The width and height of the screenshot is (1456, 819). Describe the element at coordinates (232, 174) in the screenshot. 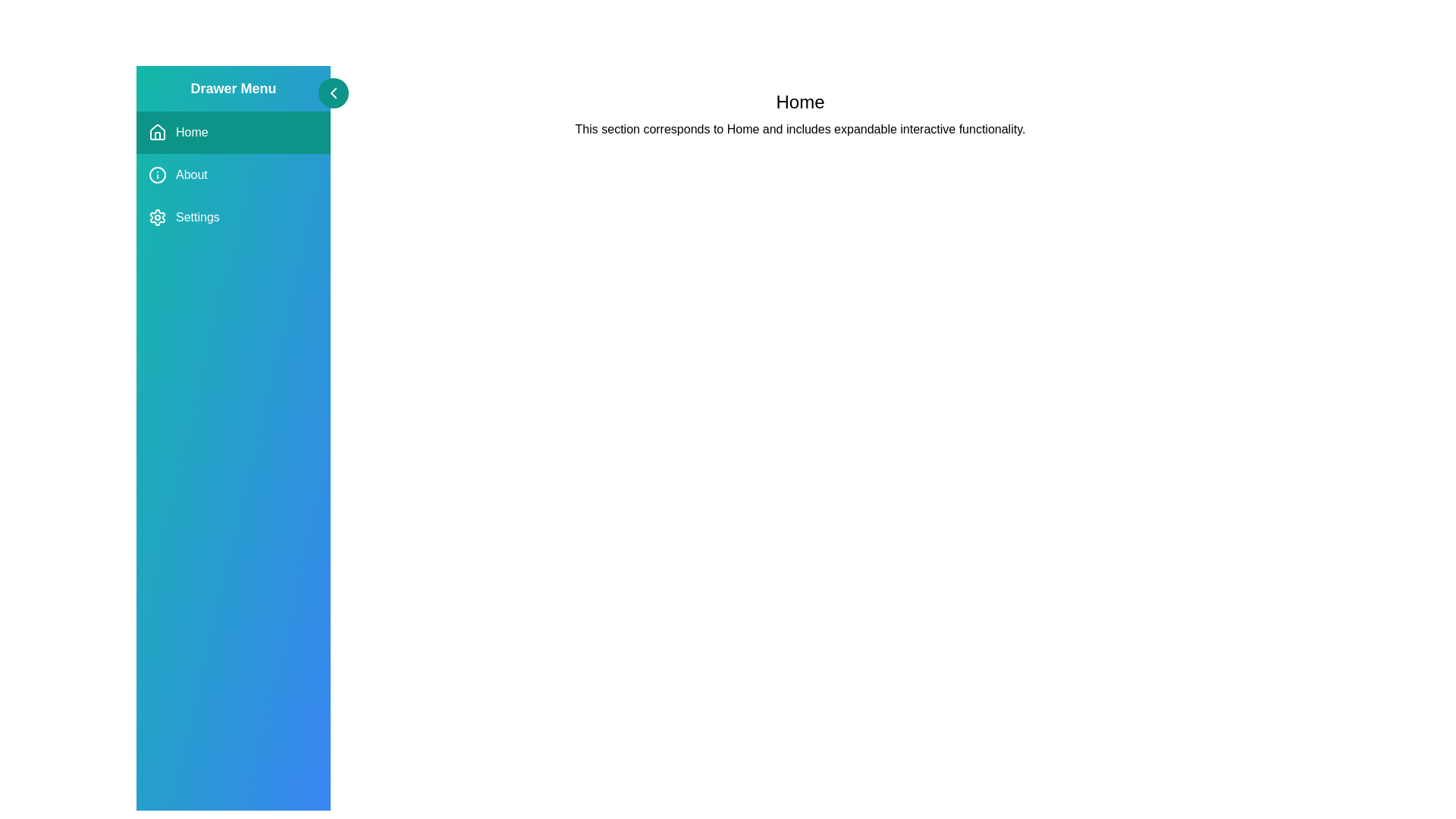

I see `the menu option About by clicking on it` at that location.